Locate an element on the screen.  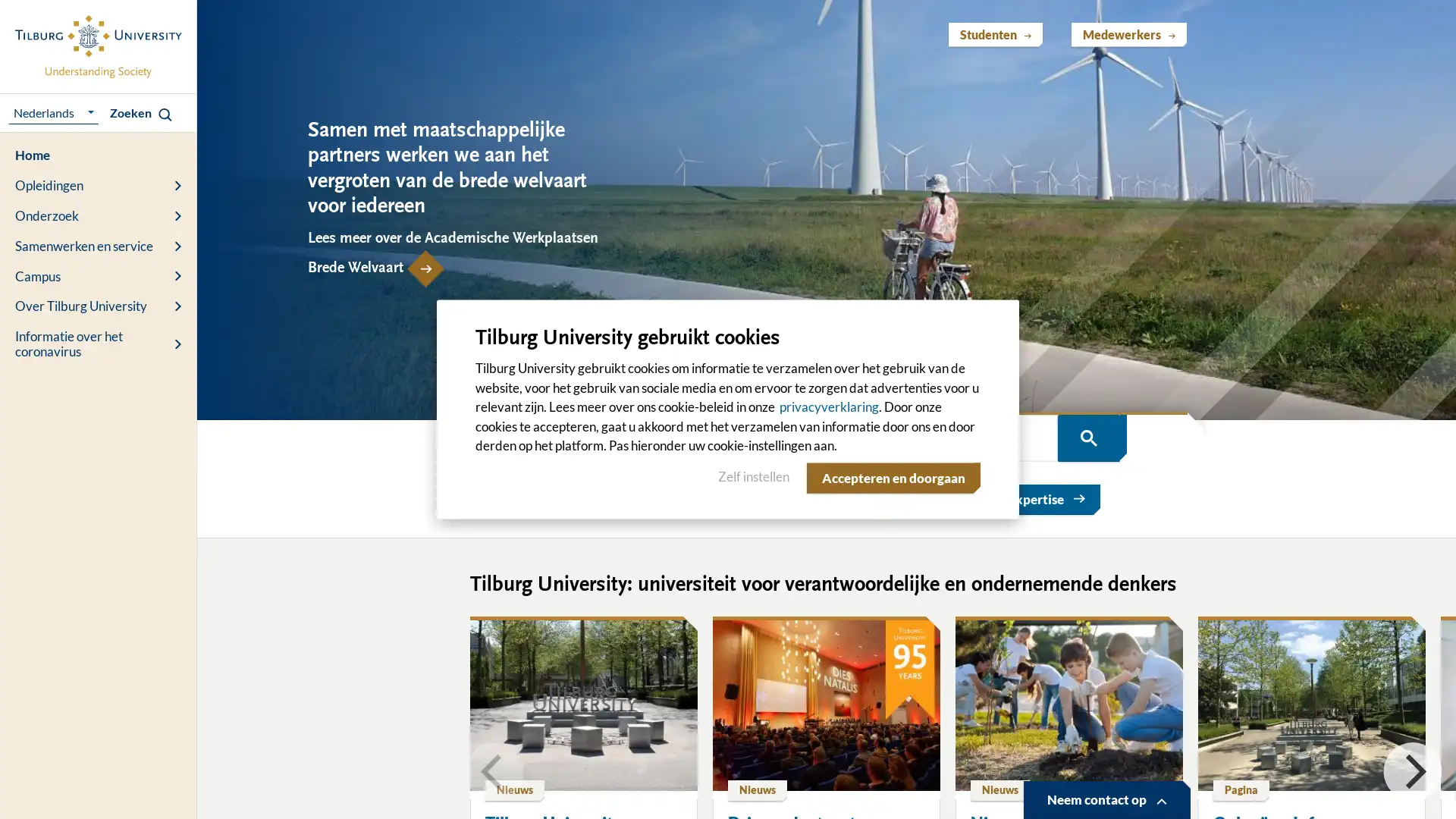
Accepteren en doorgaan is located at coordinates (890, 476).